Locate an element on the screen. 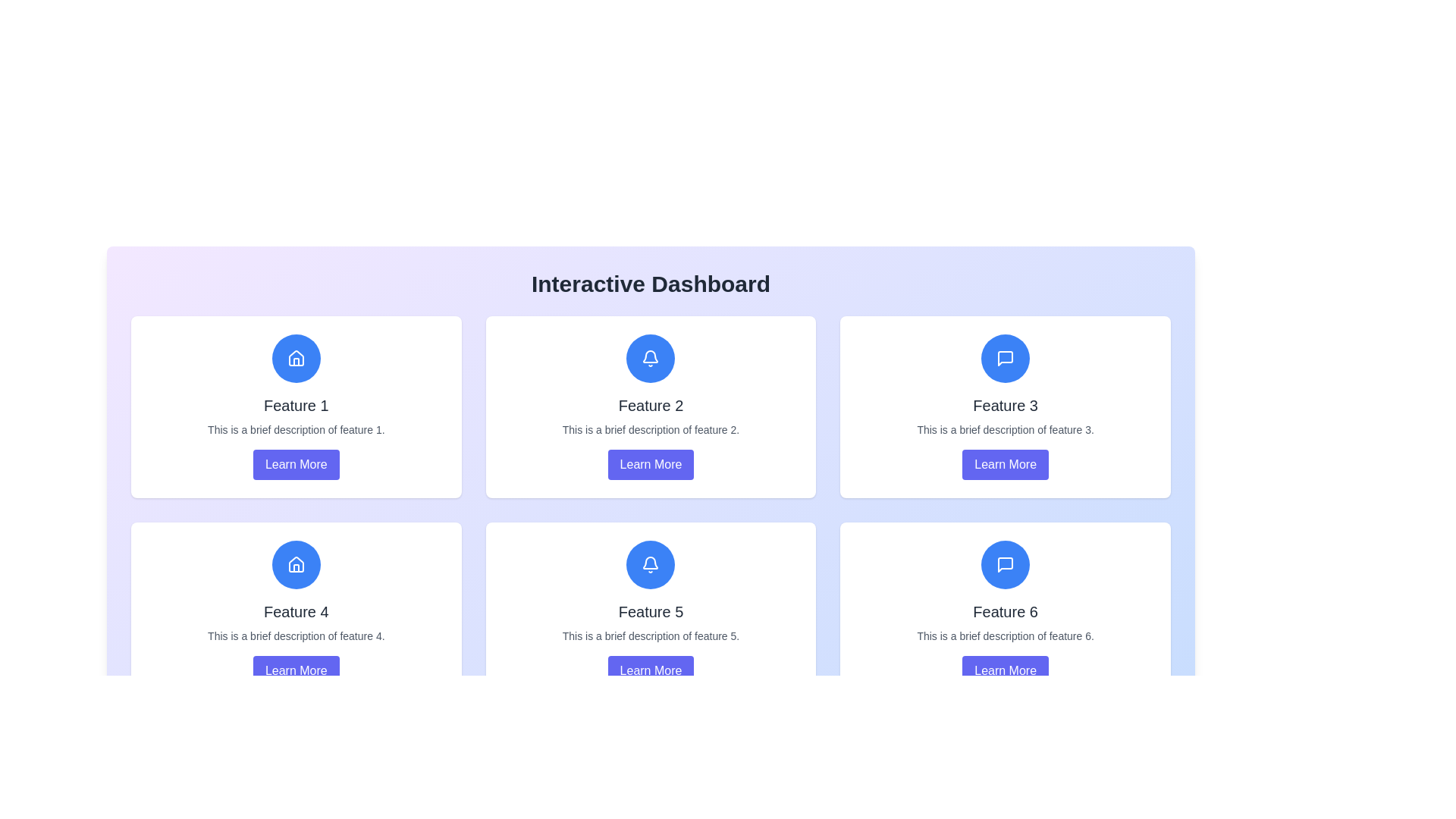 Image resolution: width=1456 pixels, height=819 pixels. text label that displays 'This is a brief description of feature 2.' located below the title 'Feature 2' in the first row, second column of the grid layout is located at coordinates (651, 430).